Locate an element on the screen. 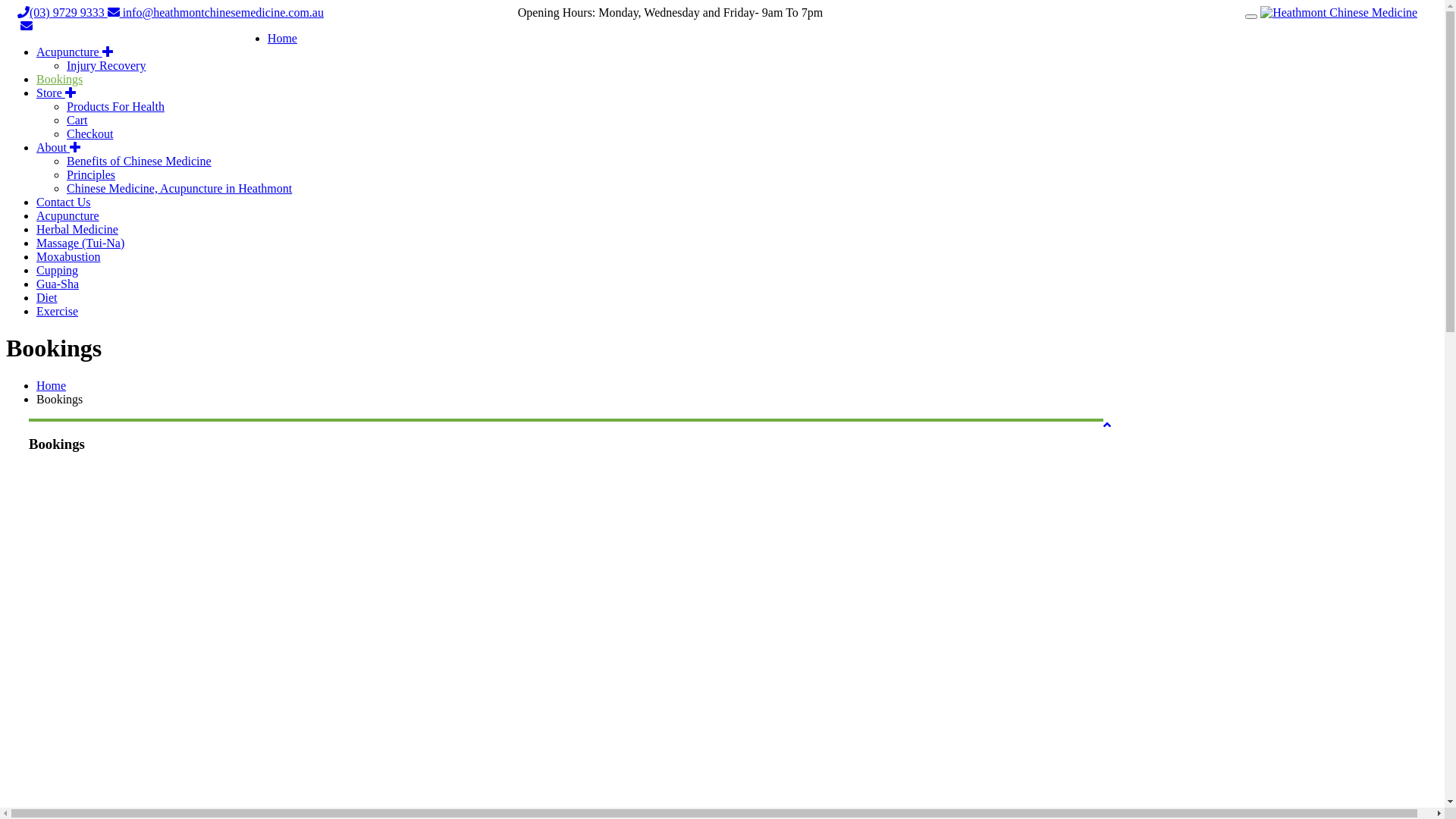  'Products For Health' is located at coordinates (115, 105).